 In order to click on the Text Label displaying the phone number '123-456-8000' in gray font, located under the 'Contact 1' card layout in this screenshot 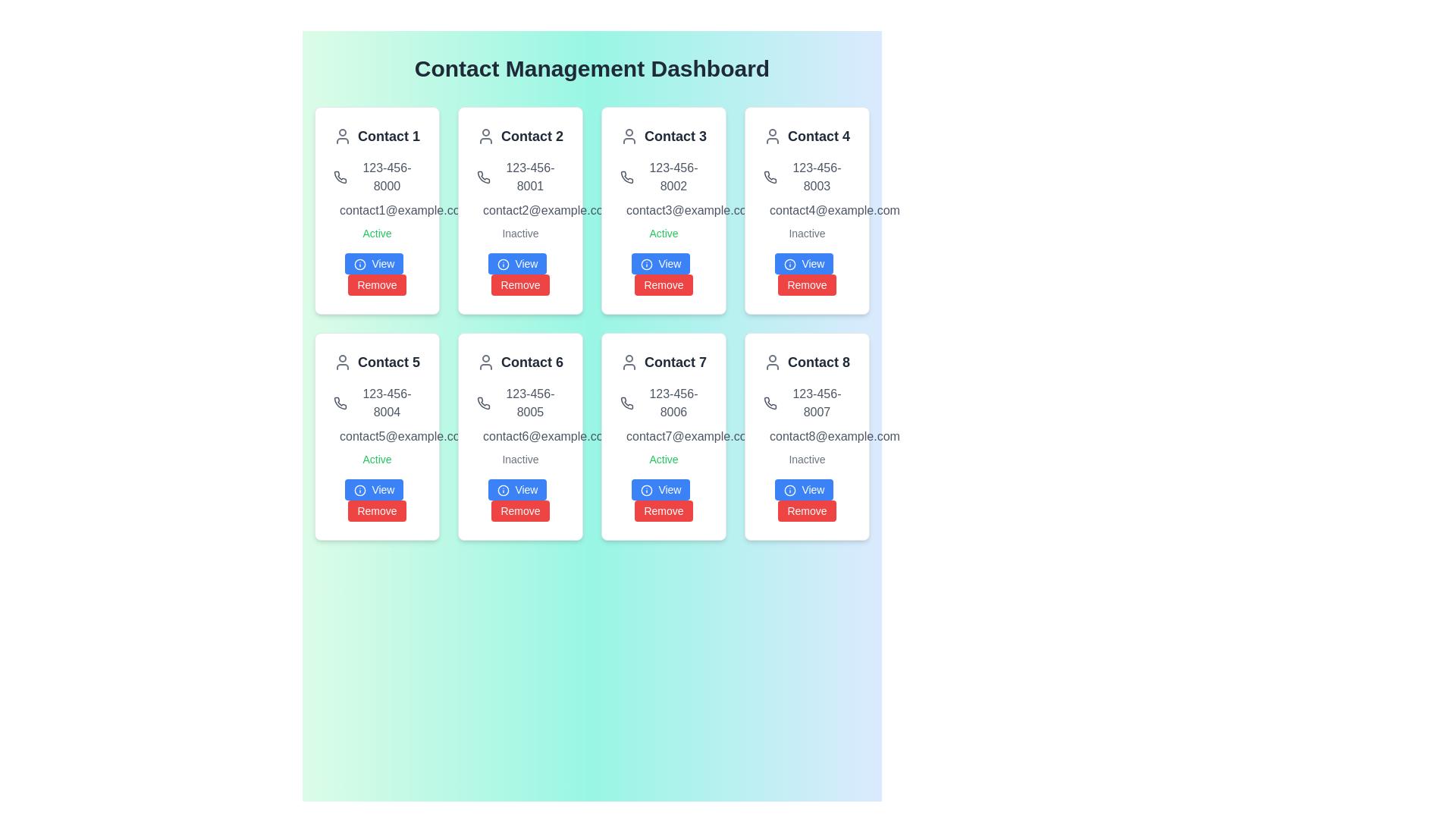, I will do `click(377, 177)`.